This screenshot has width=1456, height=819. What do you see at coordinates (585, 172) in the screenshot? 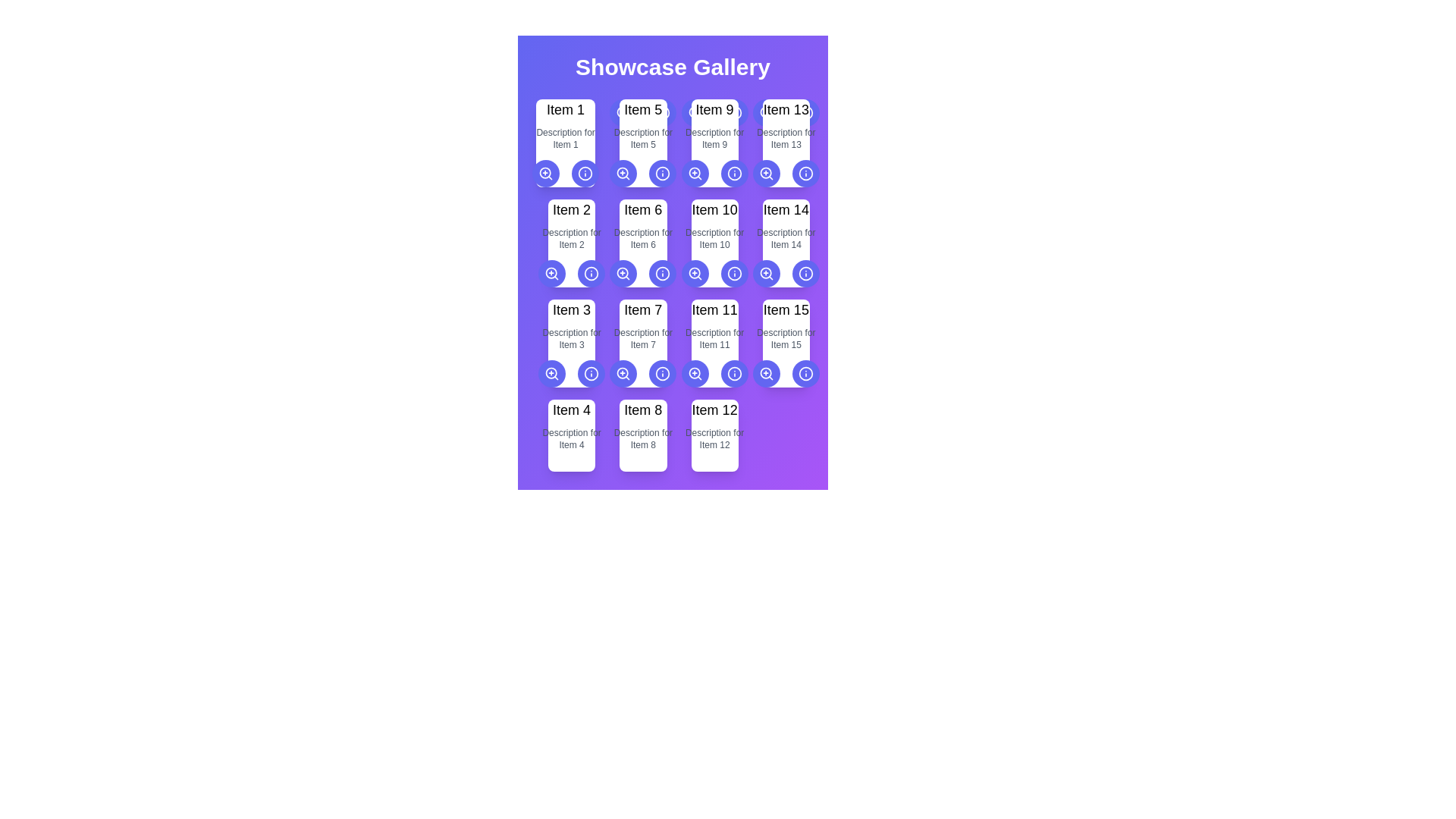
I see `the circular shape within the SVG graphic associated with the icon for 'Item 5' in the second column and first row of the grid layout` at bounding box center [585, 172].